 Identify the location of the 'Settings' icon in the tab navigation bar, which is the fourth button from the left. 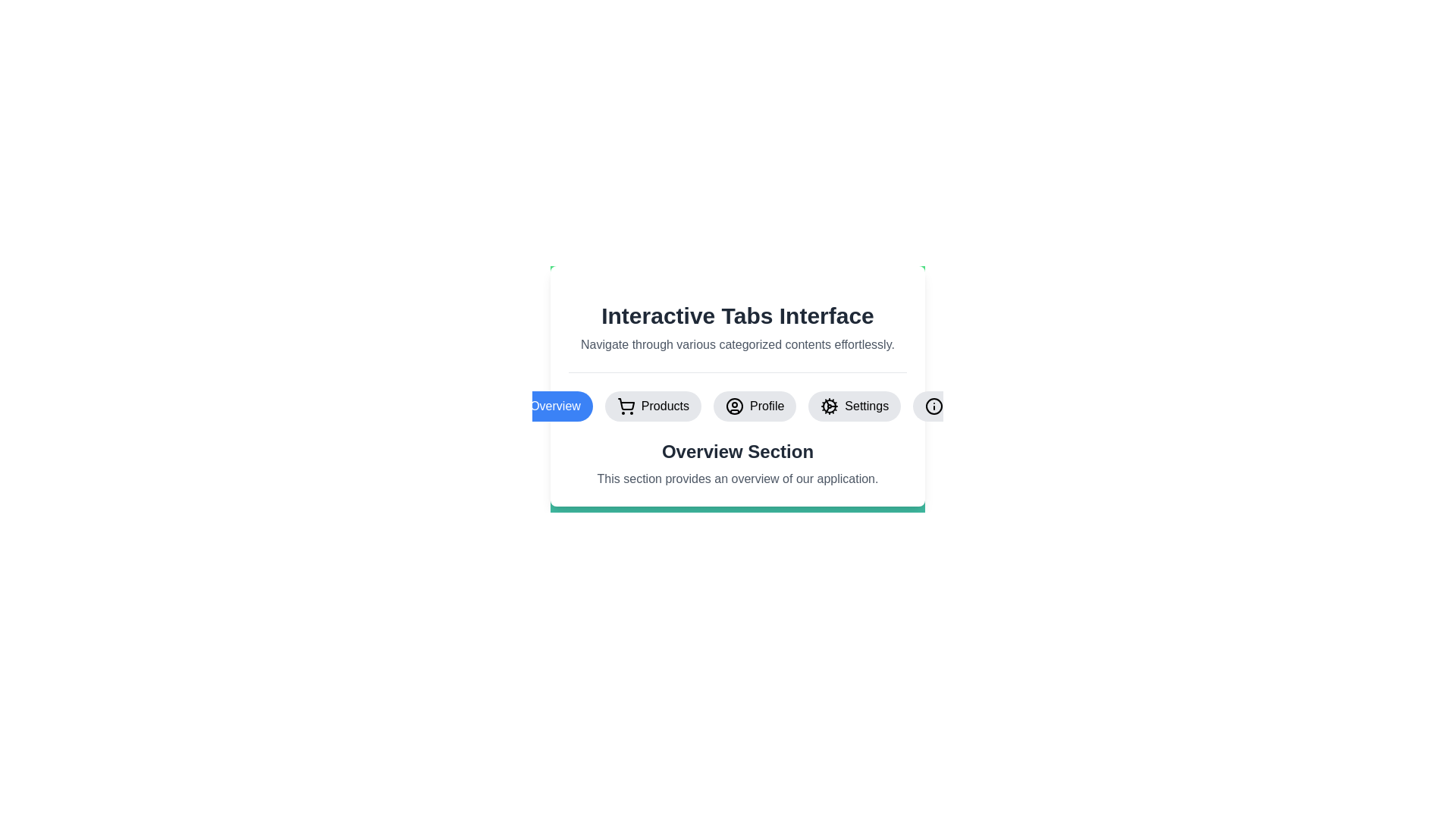
(829, 406).